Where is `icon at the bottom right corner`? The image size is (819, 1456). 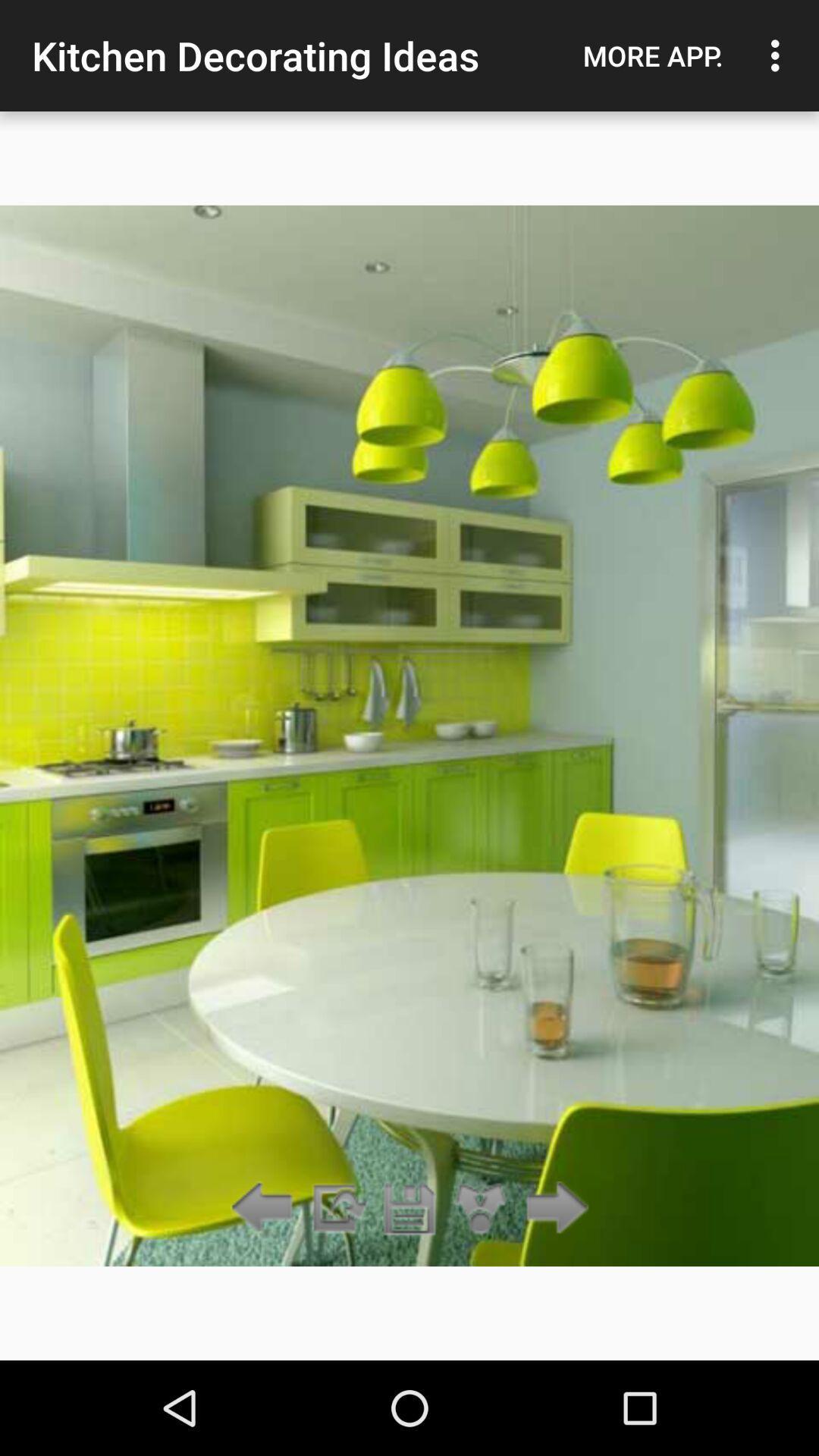
icon at the bottom right corner is located at coordinates (553, 1208).